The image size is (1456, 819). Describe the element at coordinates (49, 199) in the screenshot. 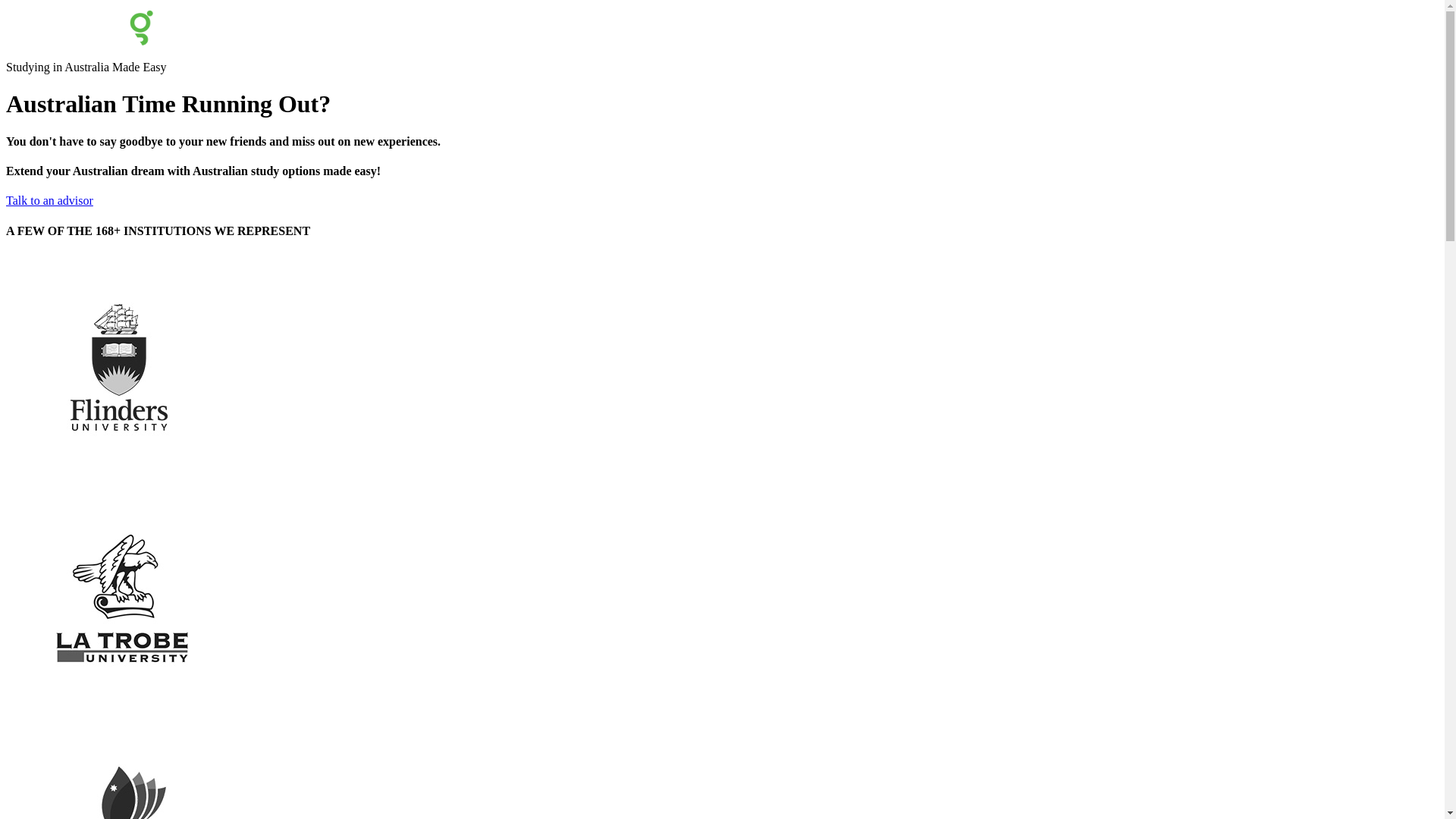

I see `'Talk to an advisor'` at that location.